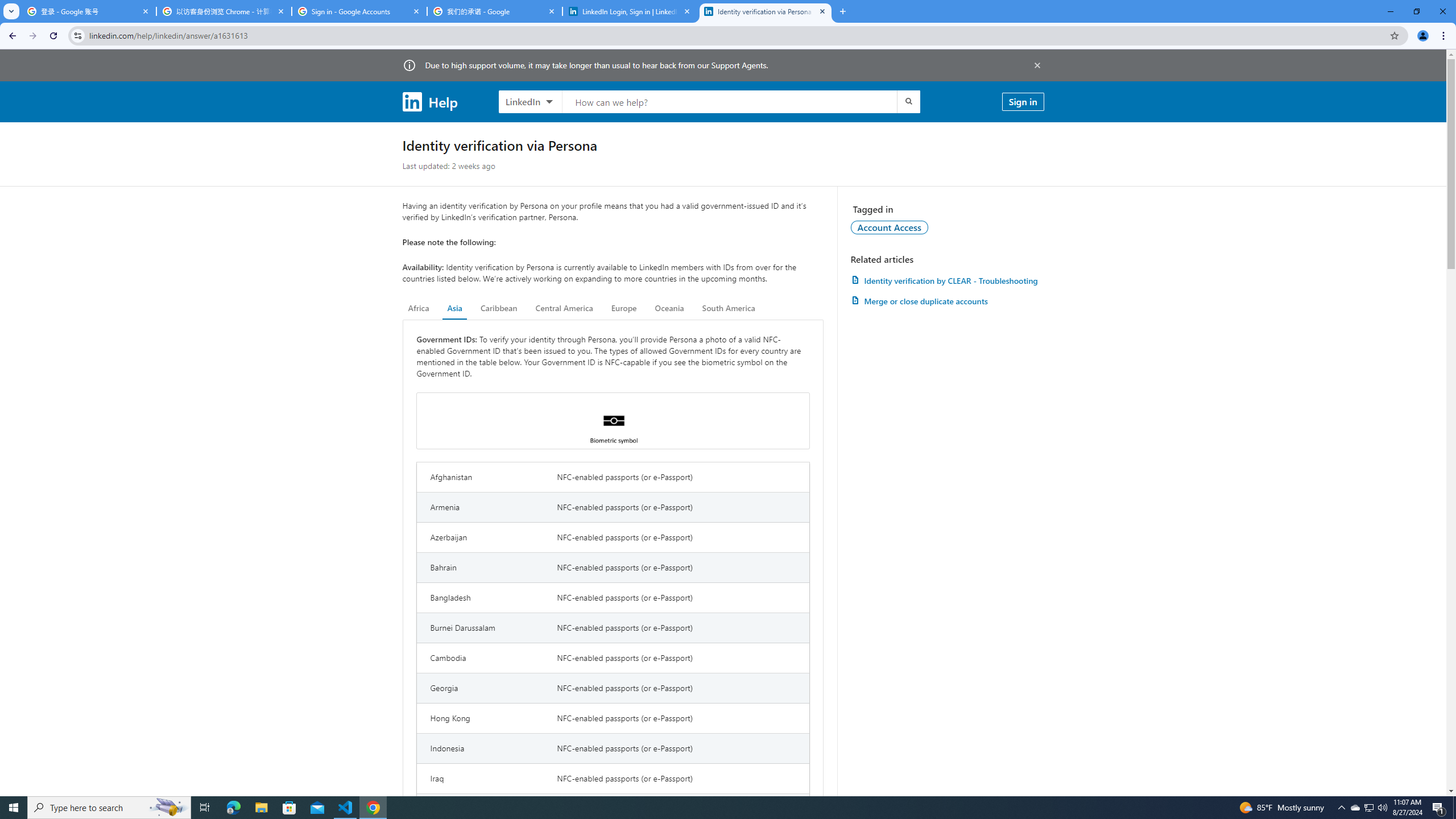 This screenshot has height=819, width=1456. What do you see at coordinates (359, 11) in the screenshot?
I see `'Sign in - Google Accounts'` at bounding box center [359, 11].